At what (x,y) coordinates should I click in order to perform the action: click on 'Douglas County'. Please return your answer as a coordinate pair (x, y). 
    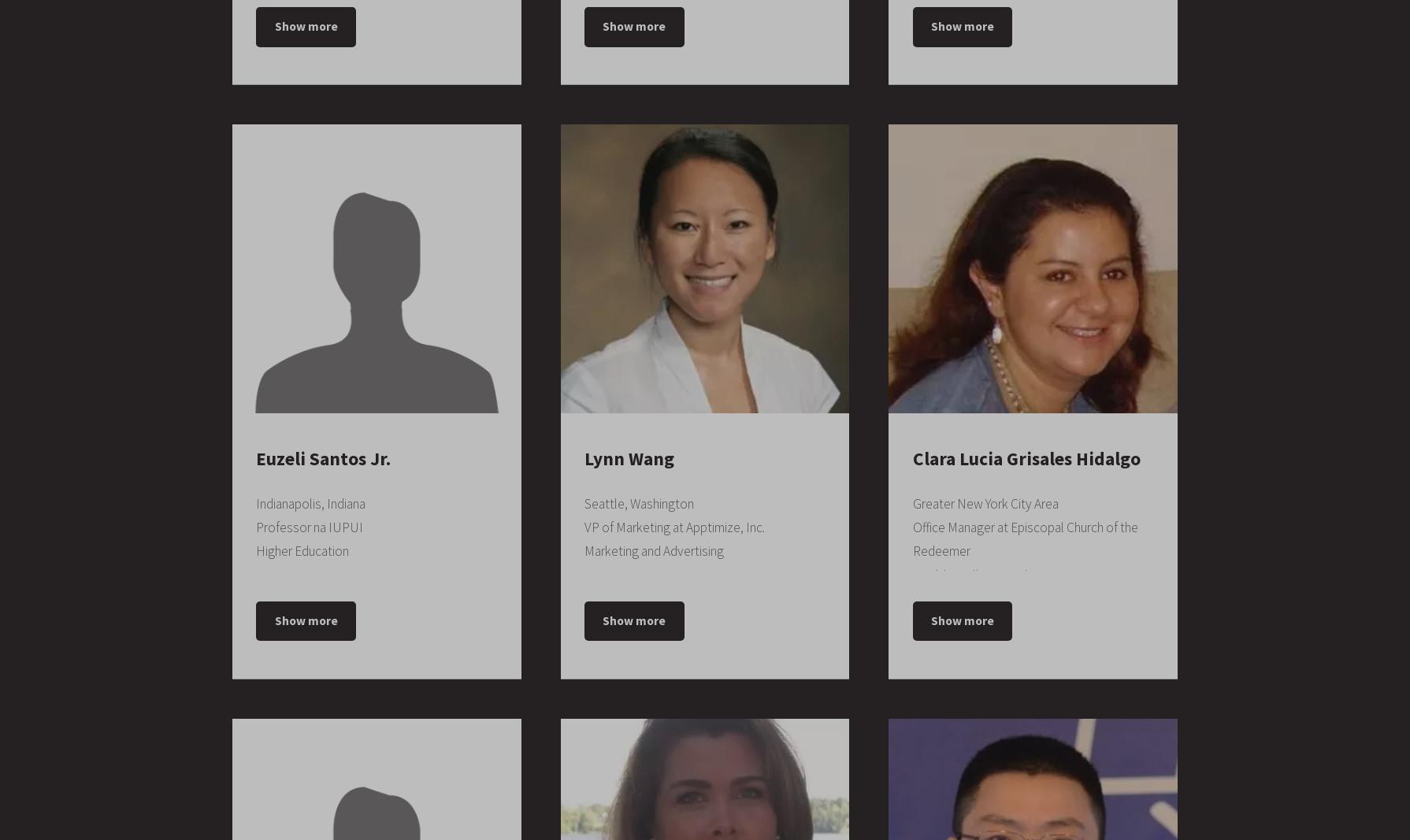
    Looking at the image, I should click on (630, 649).